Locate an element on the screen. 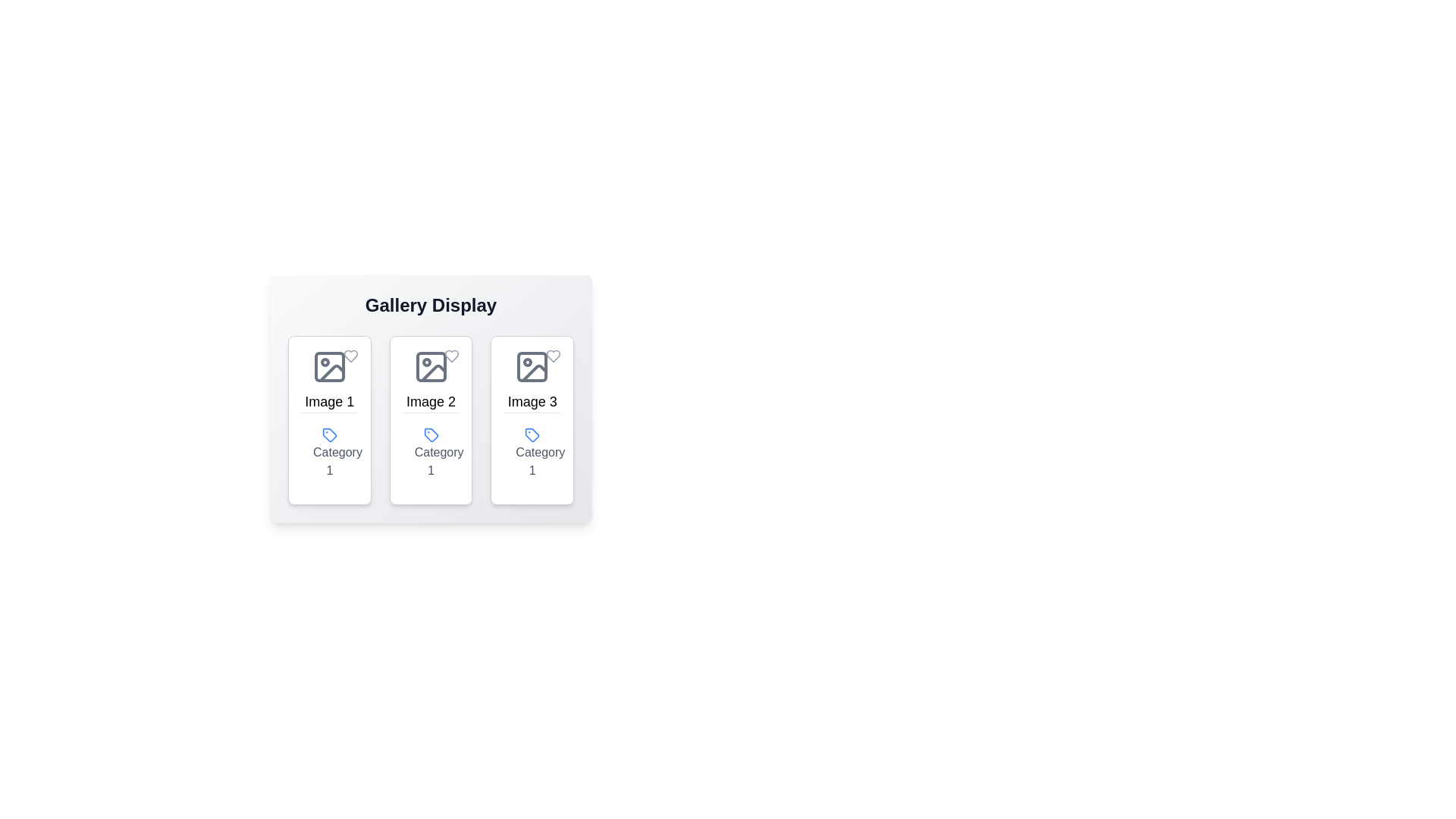  the text label that categorizes or describes the item in the second card, positioned beneath the image illustration and a blue tag icon in the middle column of a three-column layout is located at coordinates (438, 460).